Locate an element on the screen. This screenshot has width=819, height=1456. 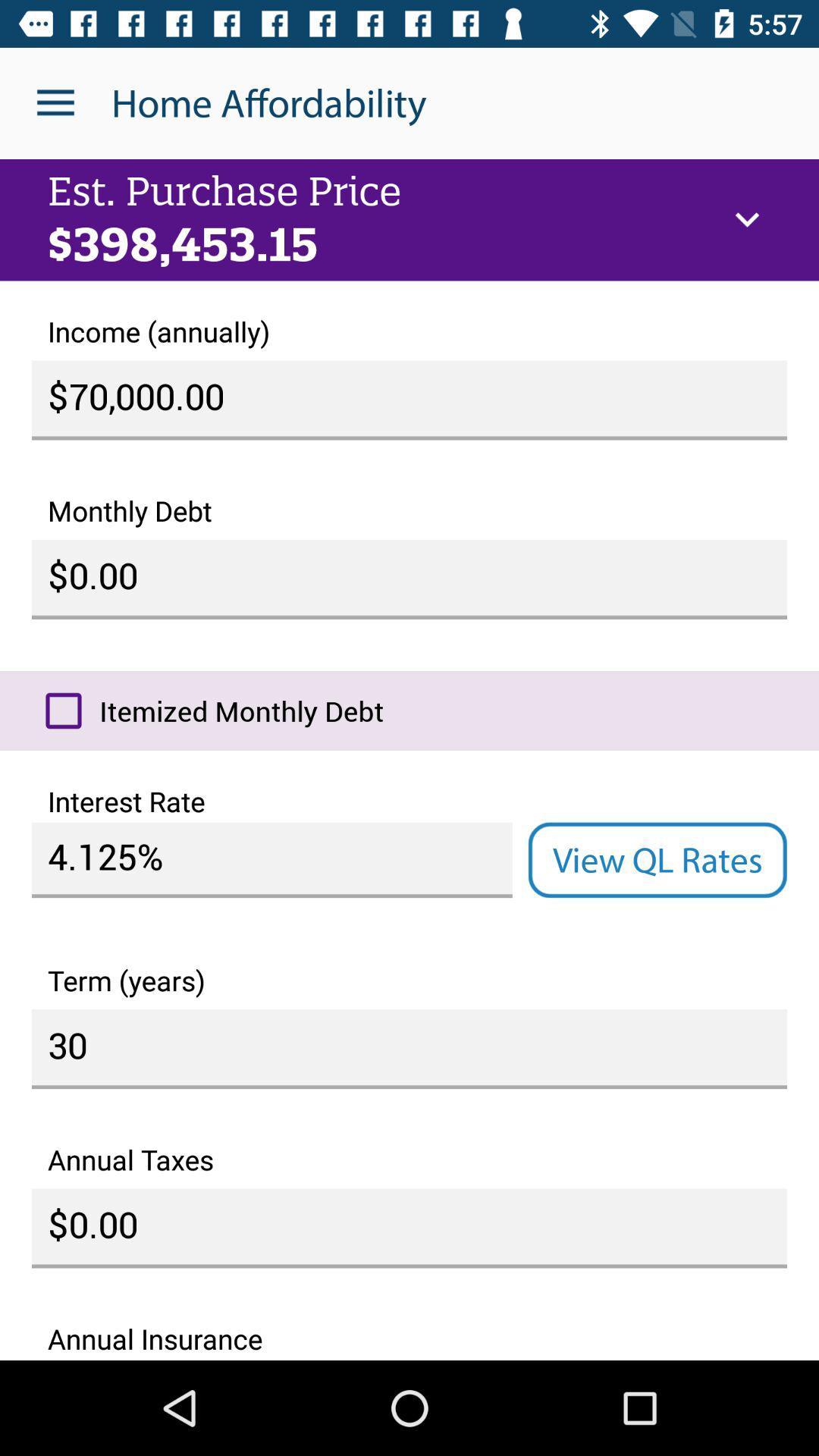
the 30 icon is located at coordinates (409, 1048).